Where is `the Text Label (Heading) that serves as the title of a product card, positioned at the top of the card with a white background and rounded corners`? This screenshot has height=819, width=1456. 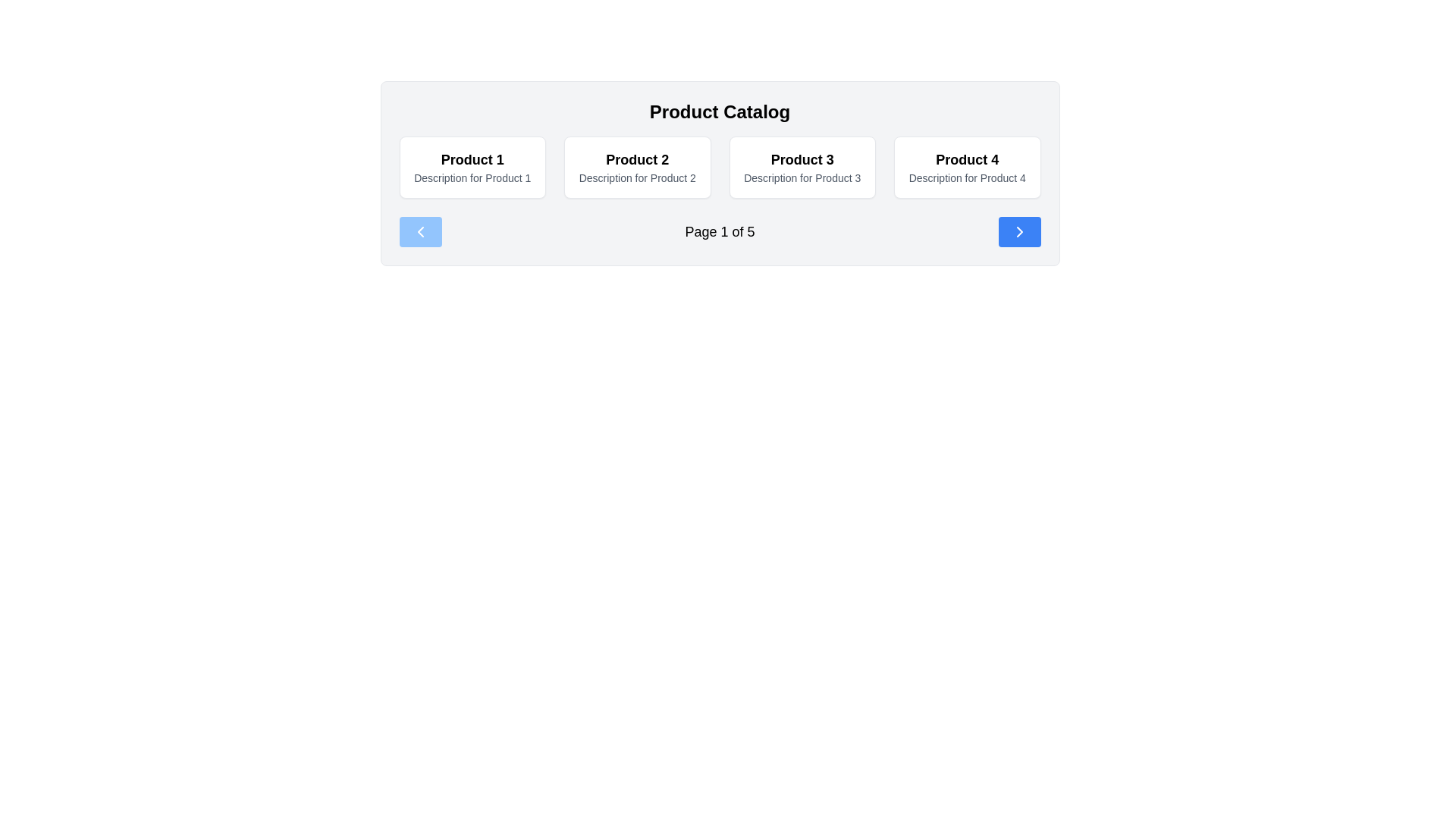 the Text Label (Heading) that serves as the title of a product card, positioned at the top of the card with a white background and rounded corners is located at coordinates (472, 160).